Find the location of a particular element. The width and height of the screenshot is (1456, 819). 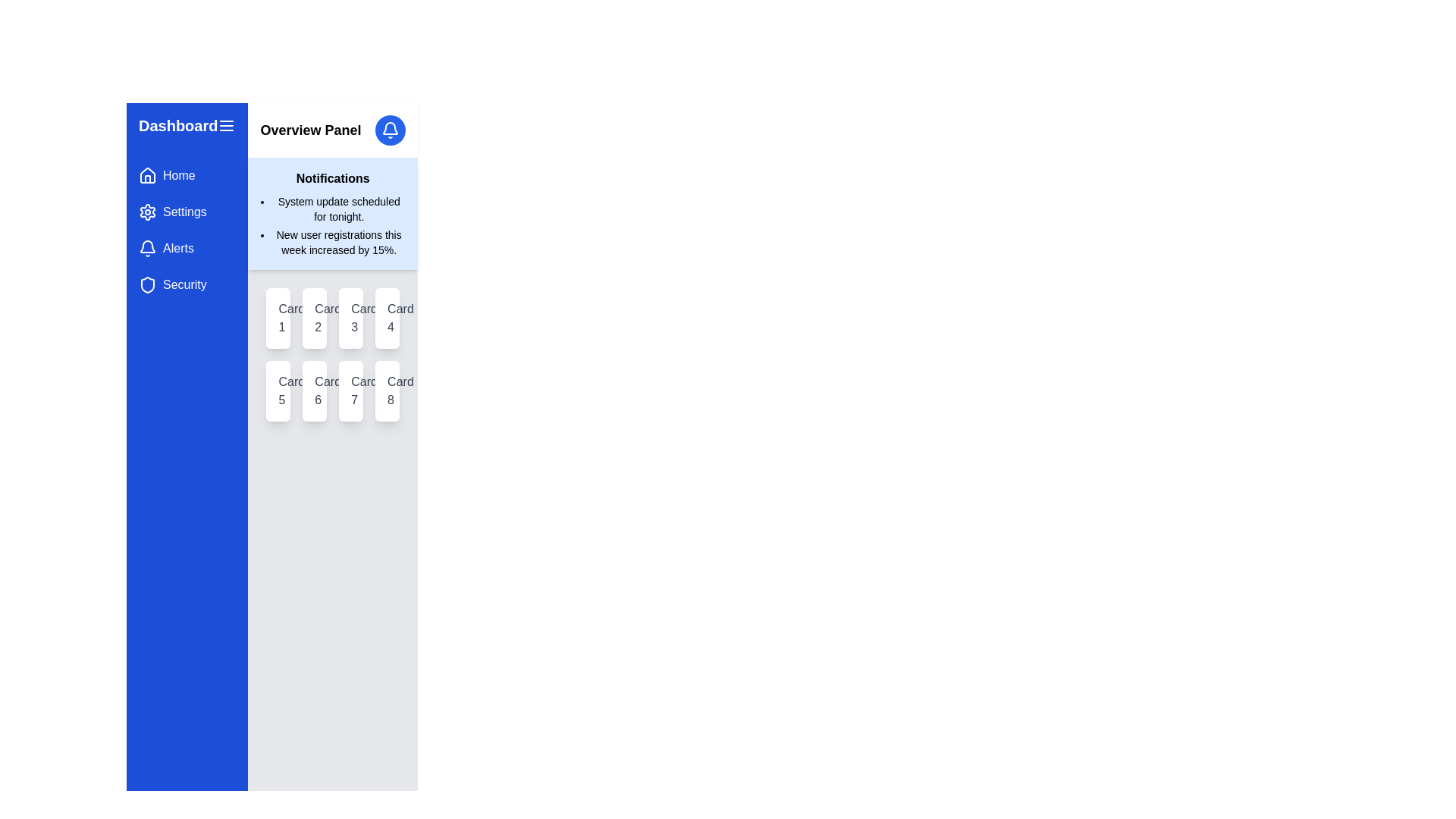

the card with a white background, rounded corners, and shadow effect that contains the text 'Card 5', located in the second row of a 2x4 grid layout is located at coordinates (278, 391).